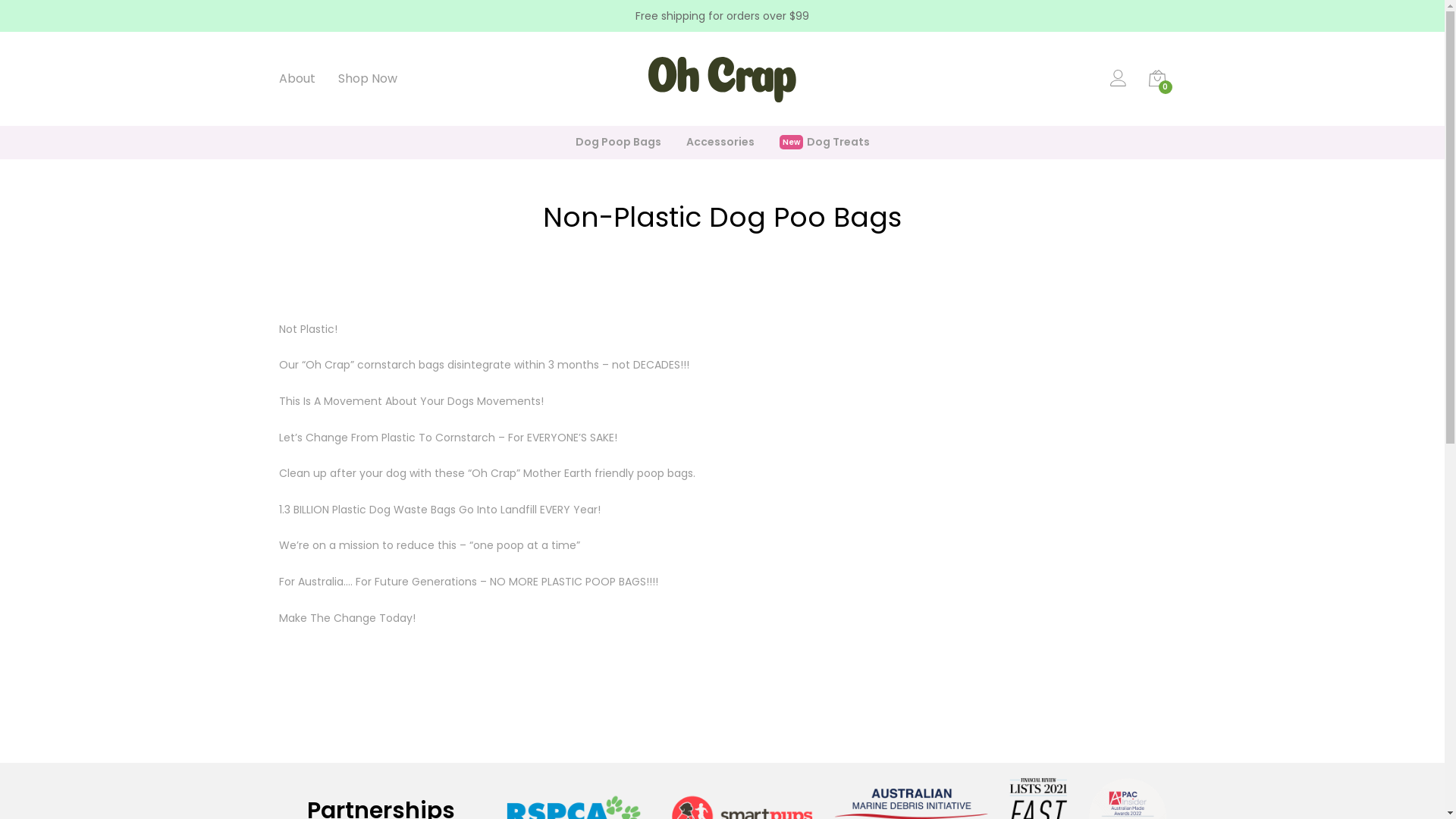 The height and width of the screenshot is (819, 1456). What do you see at coordinates (367, 79) in the screenshot?
I see `'Shop Now'` at bounding box center [367, 79].